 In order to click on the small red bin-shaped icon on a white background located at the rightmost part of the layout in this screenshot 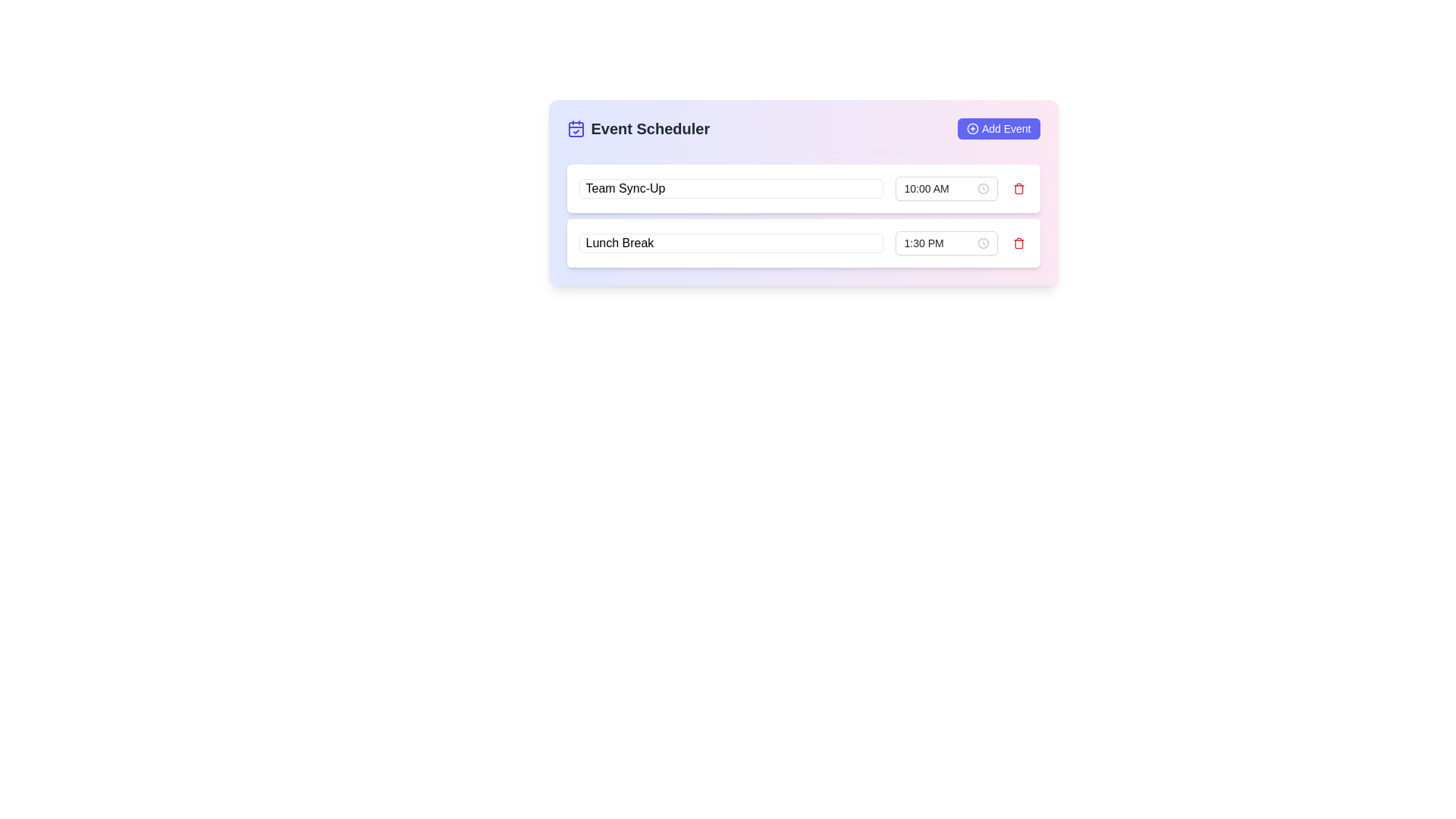, I will do `click(1018, 242)`.